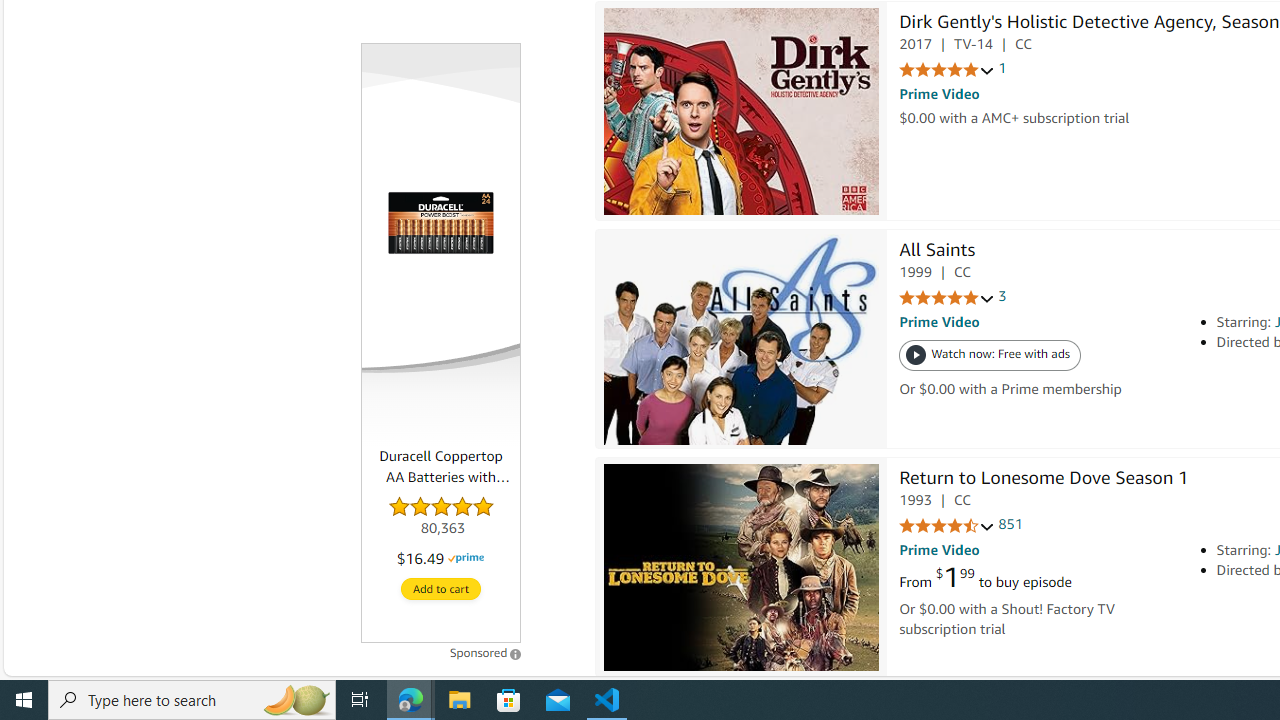 Image resolution: width=1280 pixels, height=720 pixels. What do you see at coordinates (985, 578) in the screenshot?
I see `'From $1.99 to buy episode'` at bounding box center [985, 578].